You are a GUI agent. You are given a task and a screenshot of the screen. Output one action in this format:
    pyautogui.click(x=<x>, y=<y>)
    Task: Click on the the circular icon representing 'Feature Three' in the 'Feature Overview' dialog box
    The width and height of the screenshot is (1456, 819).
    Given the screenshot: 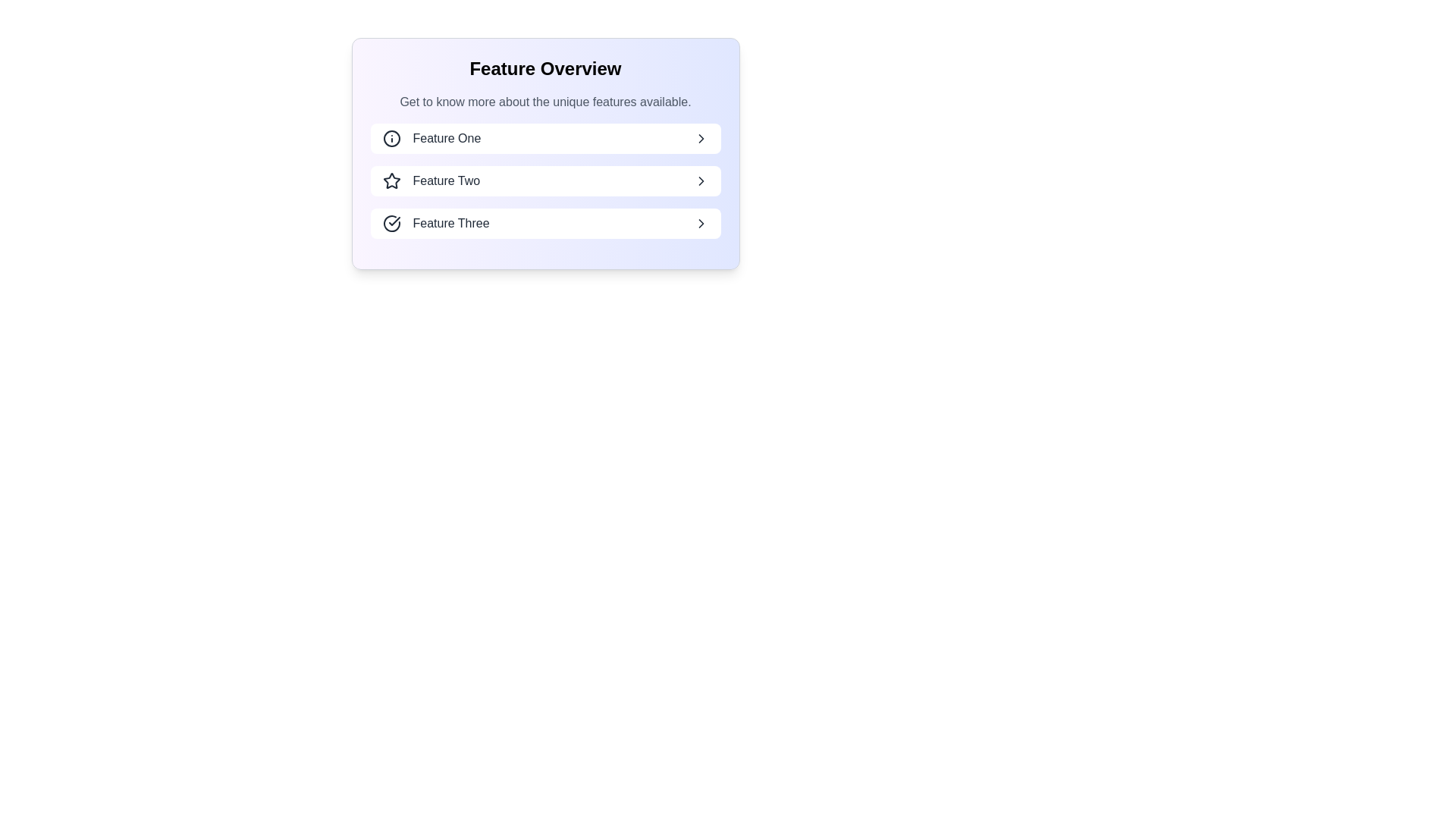 What is the action you would take?
    pyautogui.click(x=391, y=223)
    